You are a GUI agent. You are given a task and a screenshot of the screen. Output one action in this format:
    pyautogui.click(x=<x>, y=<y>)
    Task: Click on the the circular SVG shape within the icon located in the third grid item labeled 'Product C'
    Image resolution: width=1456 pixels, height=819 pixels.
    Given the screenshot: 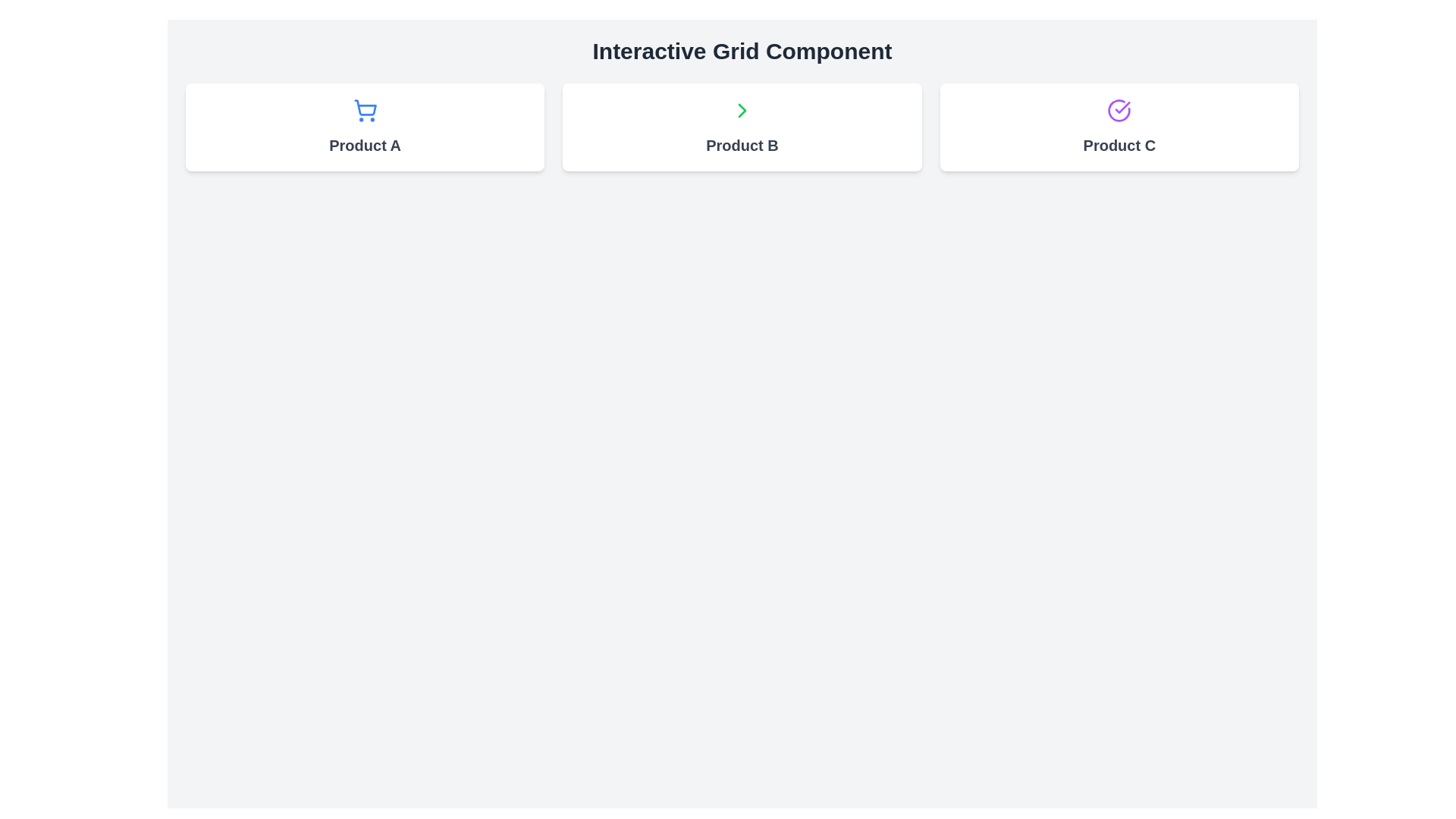 What is the action you would take?
    pyautogui.click(x=1119, y=110)
    